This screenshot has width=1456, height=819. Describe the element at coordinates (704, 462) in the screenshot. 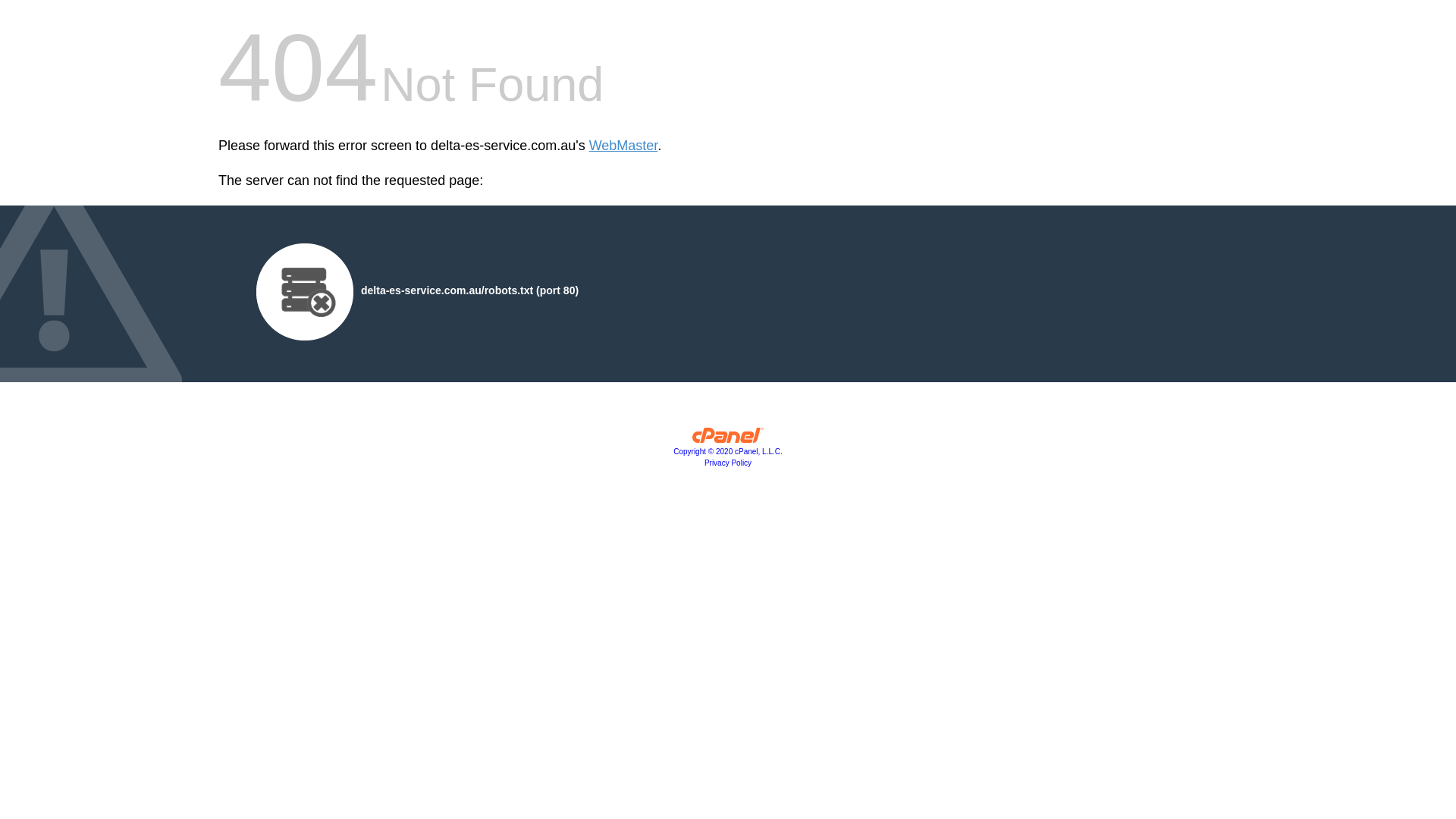

I see `'Privacy Policy'` at that location.